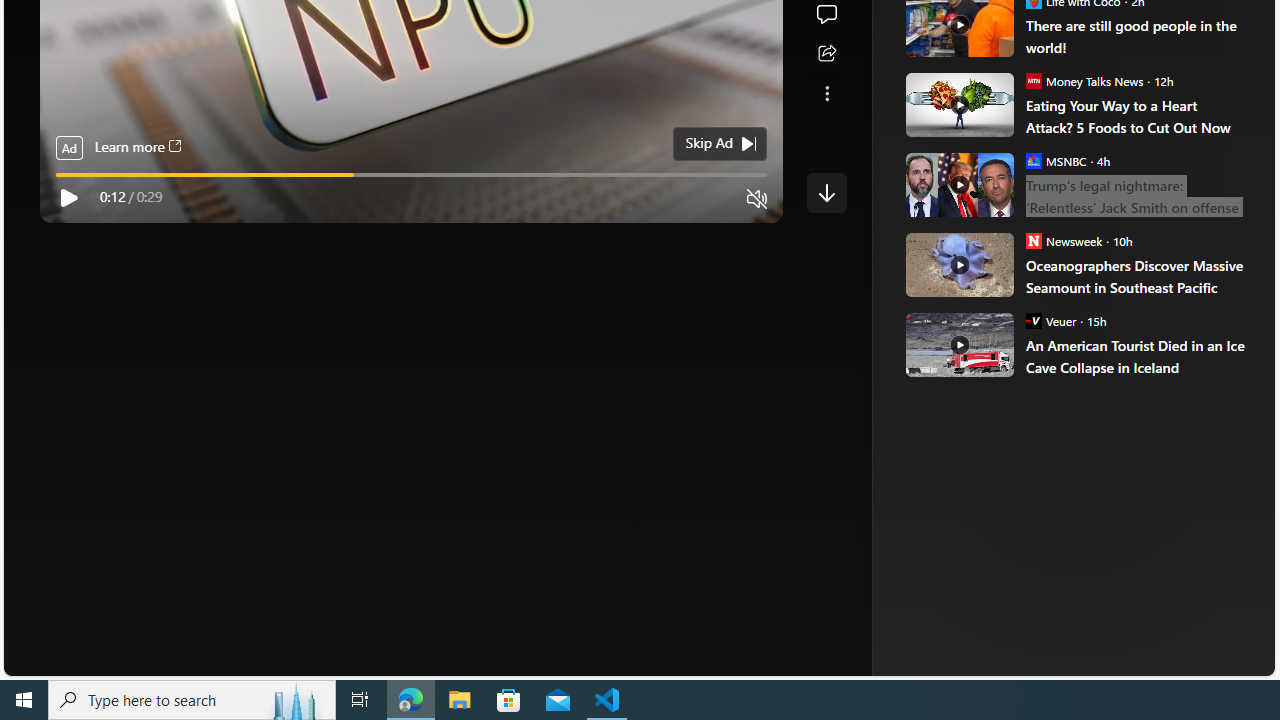 The height and width of the screenshot is (720, 1280). I want to click on 'Newsweek', so click(1033, 239).